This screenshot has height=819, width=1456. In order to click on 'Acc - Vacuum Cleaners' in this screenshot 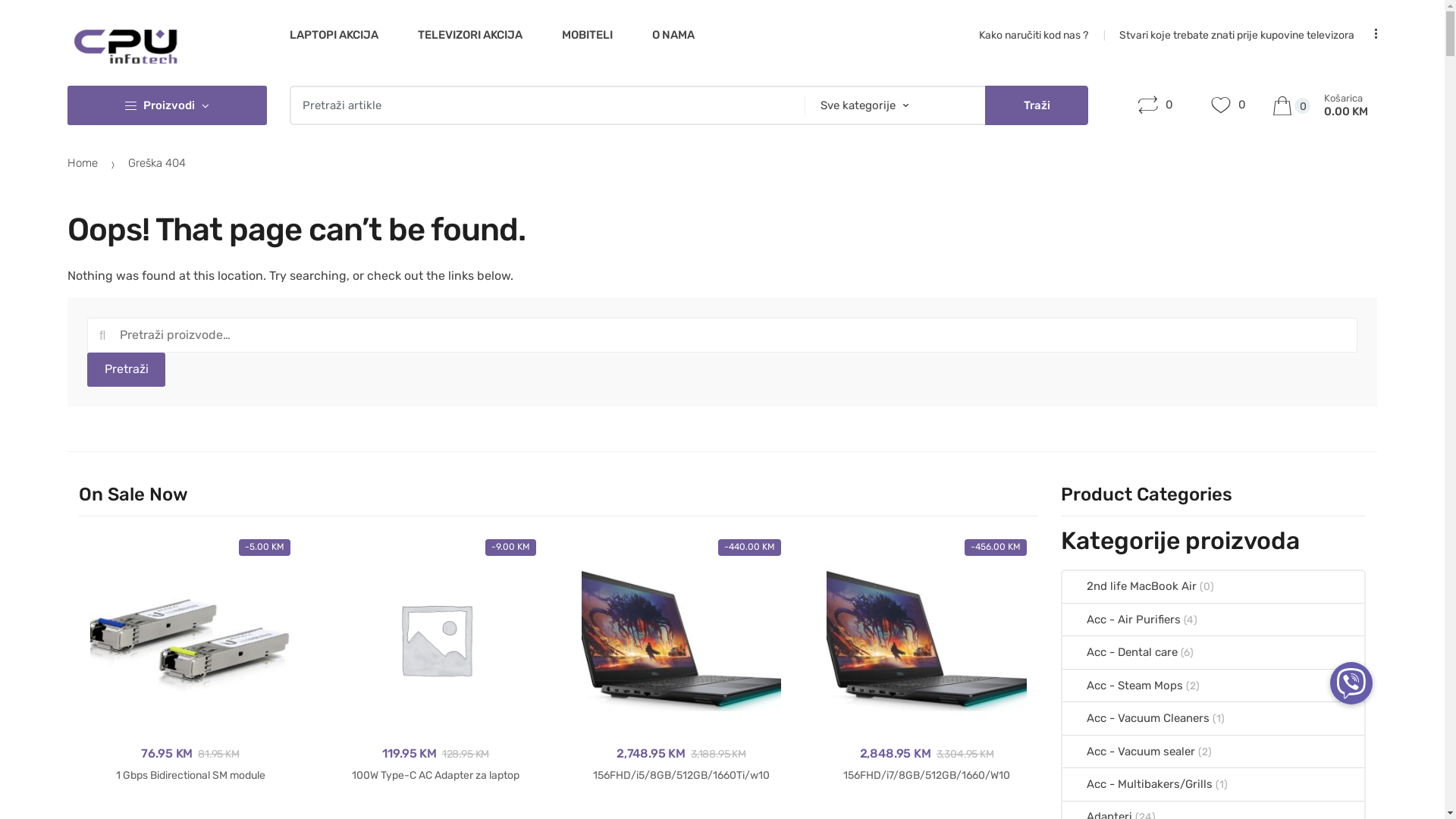, I will do `click(1062, 717)`.